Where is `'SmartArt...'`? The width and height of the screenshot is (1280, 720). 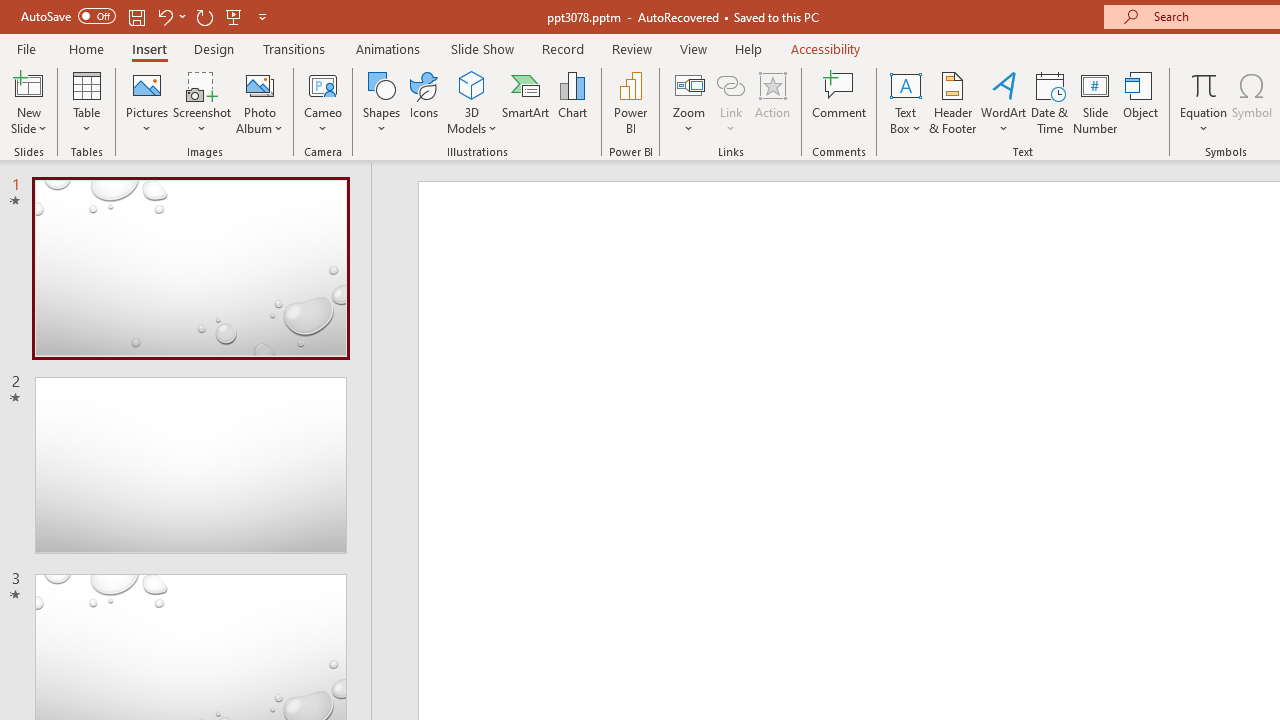 'SmartArt...' is located at coordinates (526, 103).